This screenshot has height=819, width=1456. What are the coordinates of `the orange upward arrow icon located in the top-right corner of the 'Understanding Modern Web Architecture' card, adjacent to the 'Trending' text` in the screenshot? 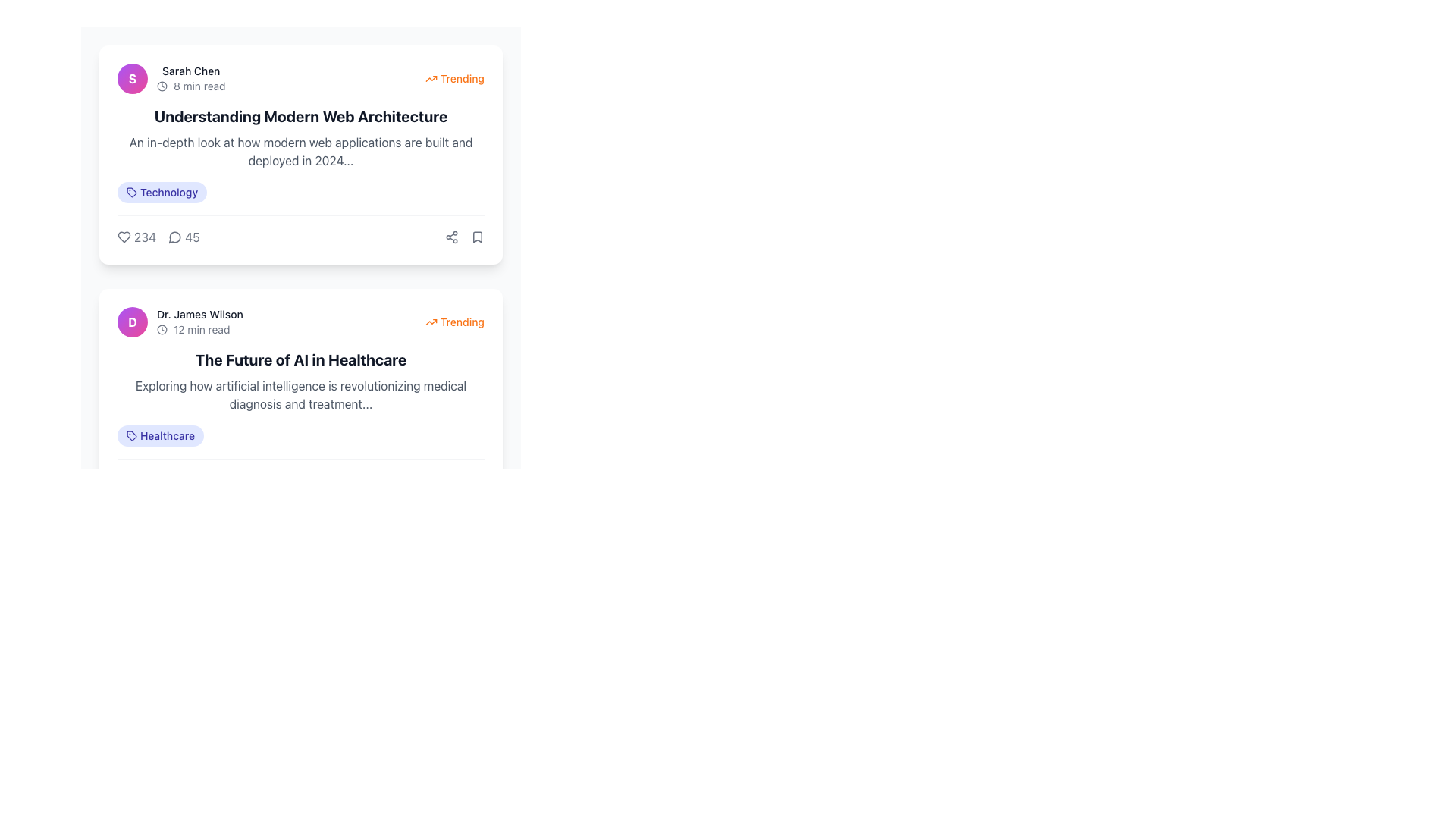 It's located at (430, 79).